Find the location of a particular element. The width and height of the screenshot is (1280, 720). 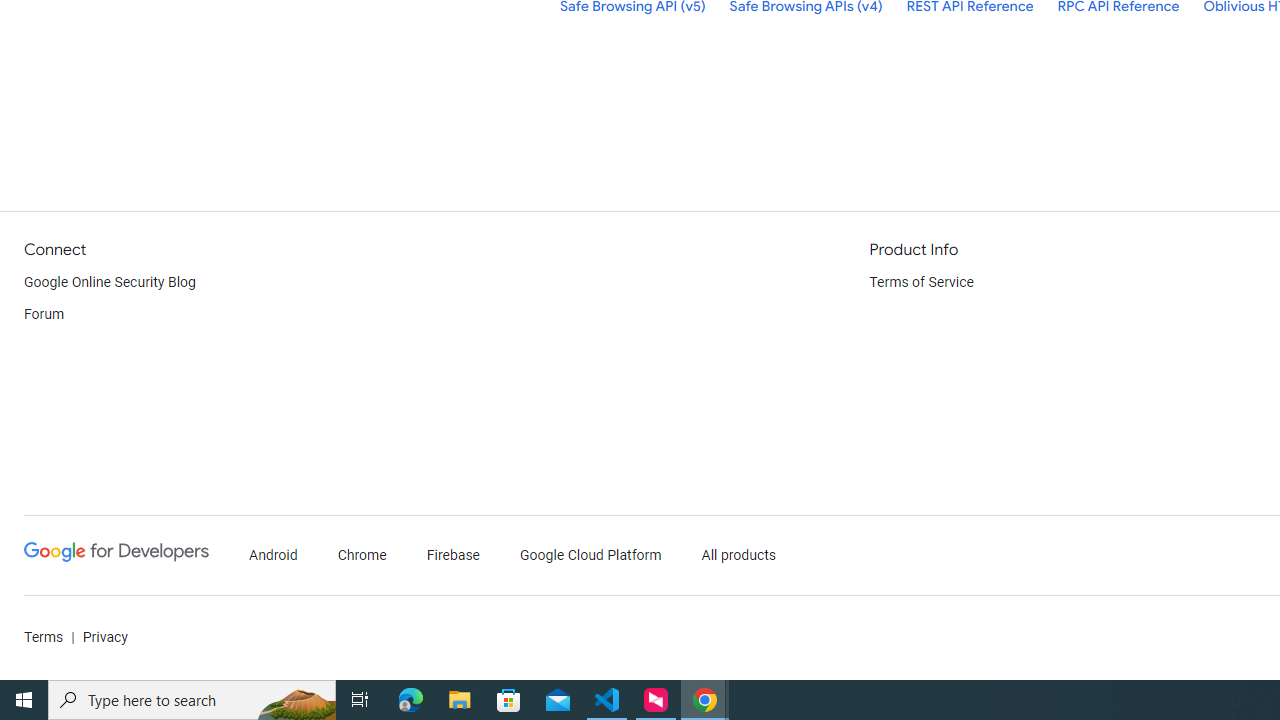

'Terms of Service' is located at coordinates (920, 282).